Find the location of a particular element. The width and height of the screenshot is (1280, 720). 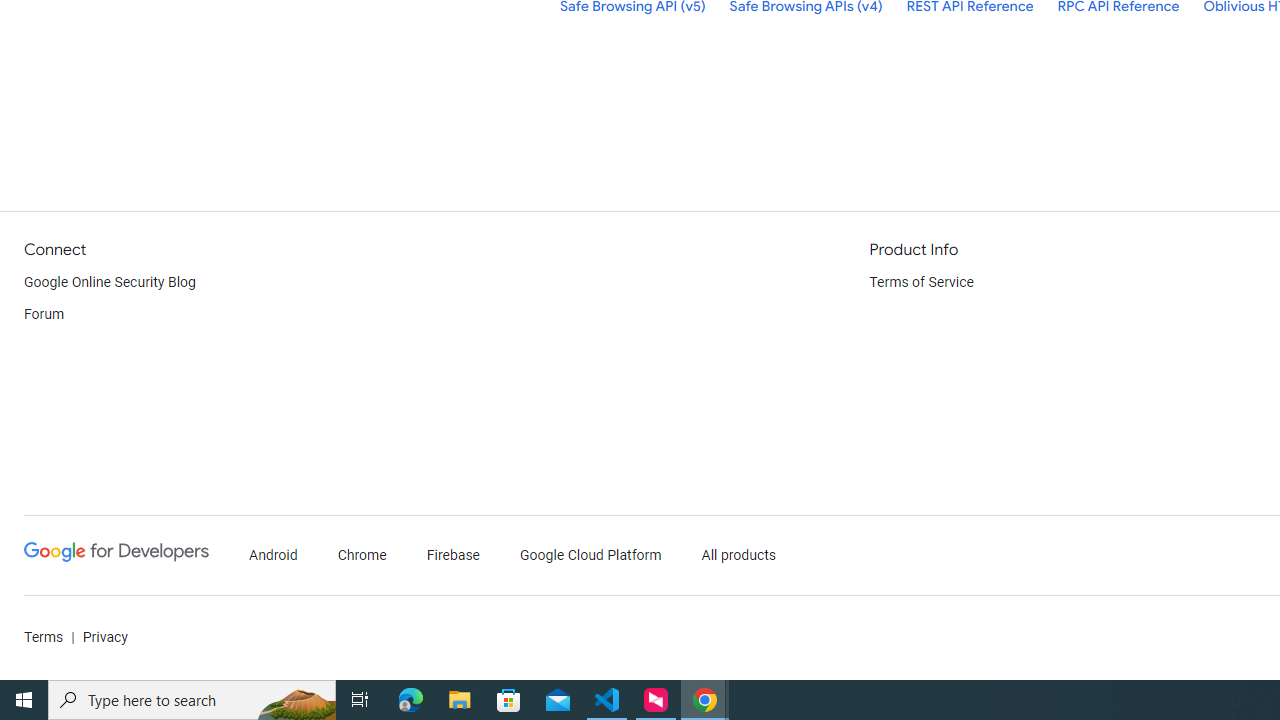

'Terms of Service' is located at coordinates (920, 282).